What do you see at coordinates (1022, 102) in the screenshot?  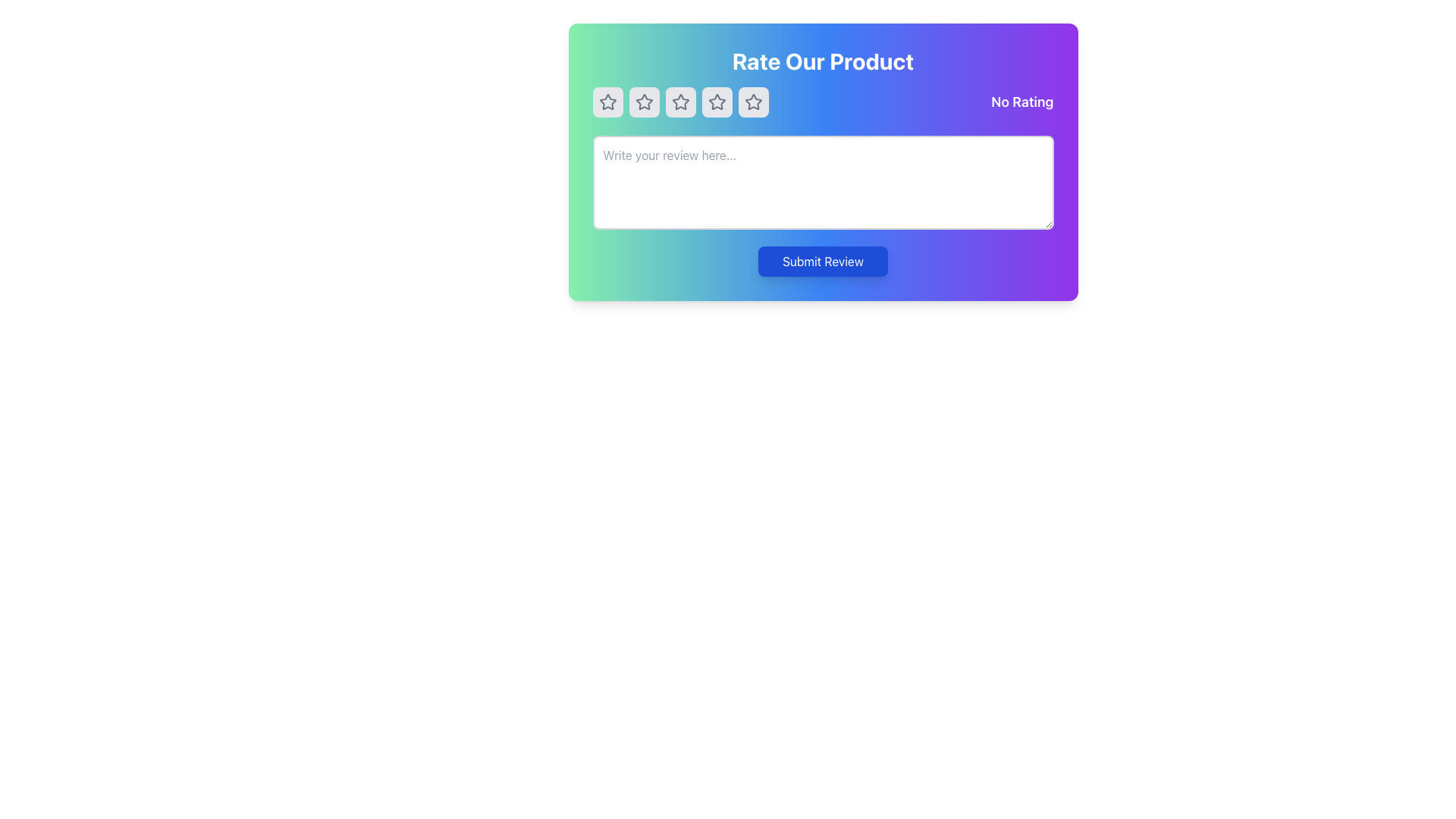 I see `the 'No Rating' text label styled with white text in a bold, modern font located in the upper right area of the review panel` at bounding box center [1022, 102].